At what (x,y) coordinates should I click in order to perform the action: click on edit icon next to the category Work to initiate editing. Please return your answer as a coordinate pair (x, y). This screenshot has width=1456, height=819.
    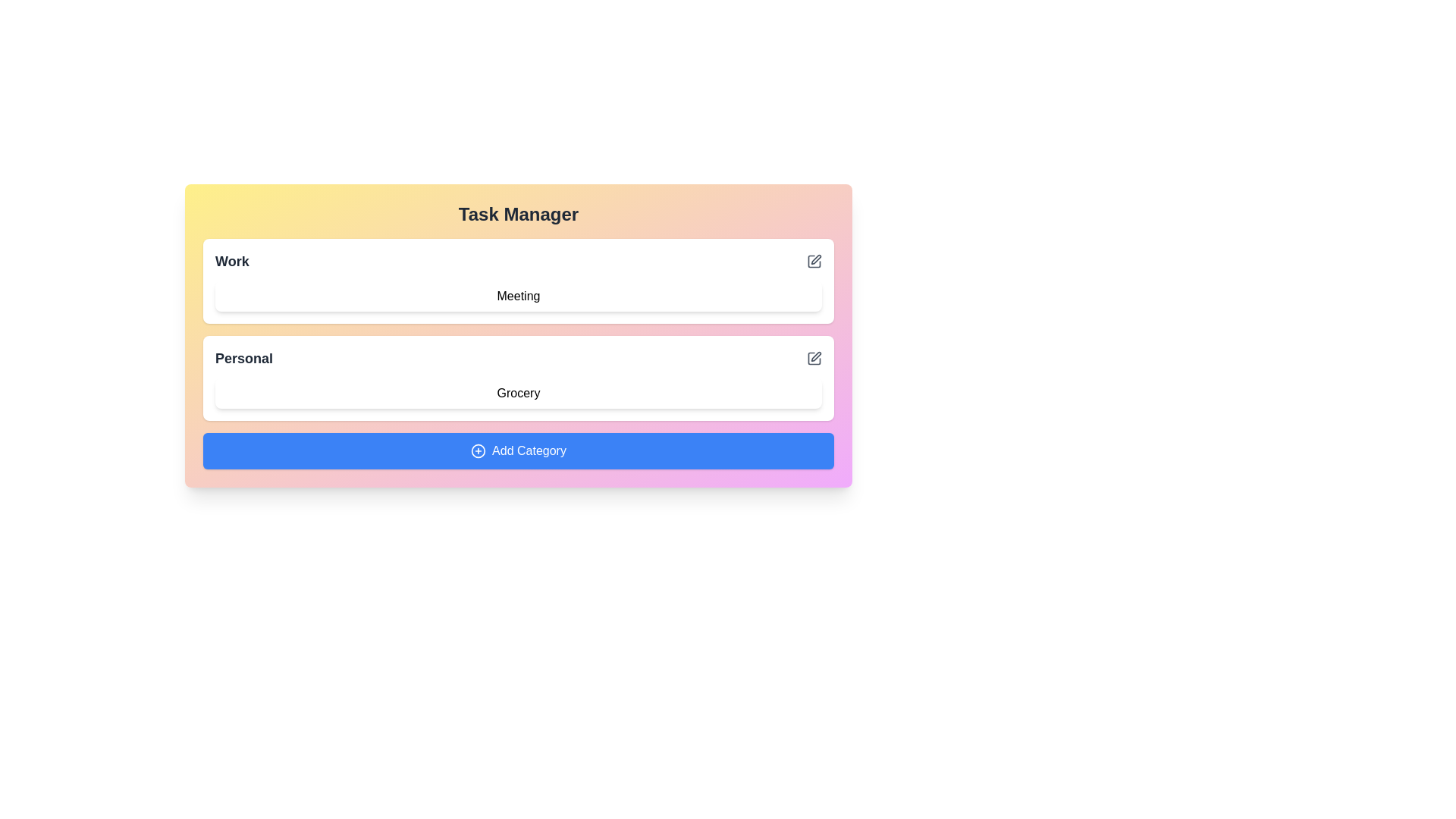
    Looking at the image, I should click on (814, 260).